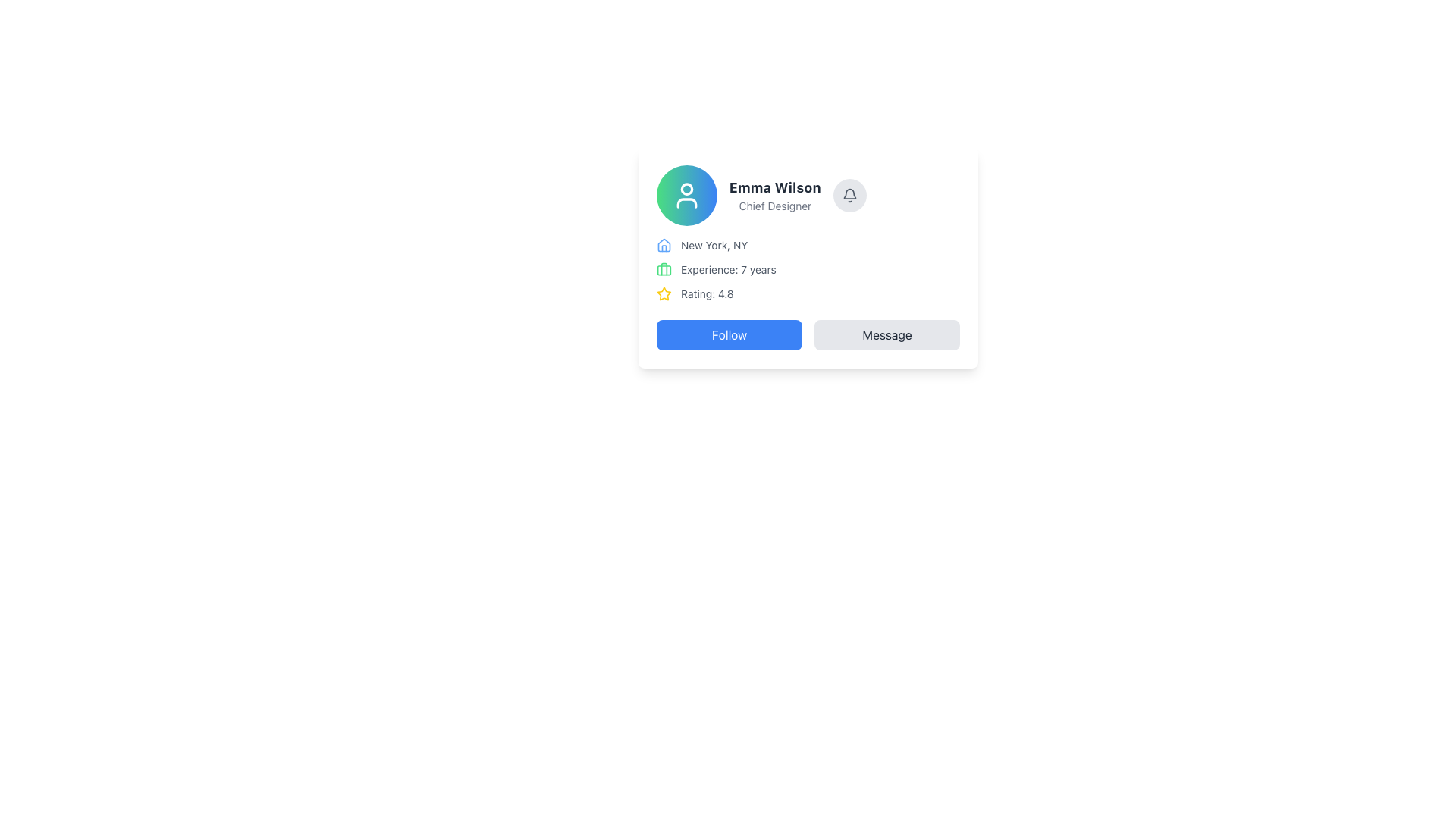 Image resolution: width=1456 pixels, height=819 pixels. I want to click on the text label 'Emma Wilson' which is a bold, larger text positioned above the smaller text 'Chief Designer' in the top-left section of the card-like interface, so click(775, 187).